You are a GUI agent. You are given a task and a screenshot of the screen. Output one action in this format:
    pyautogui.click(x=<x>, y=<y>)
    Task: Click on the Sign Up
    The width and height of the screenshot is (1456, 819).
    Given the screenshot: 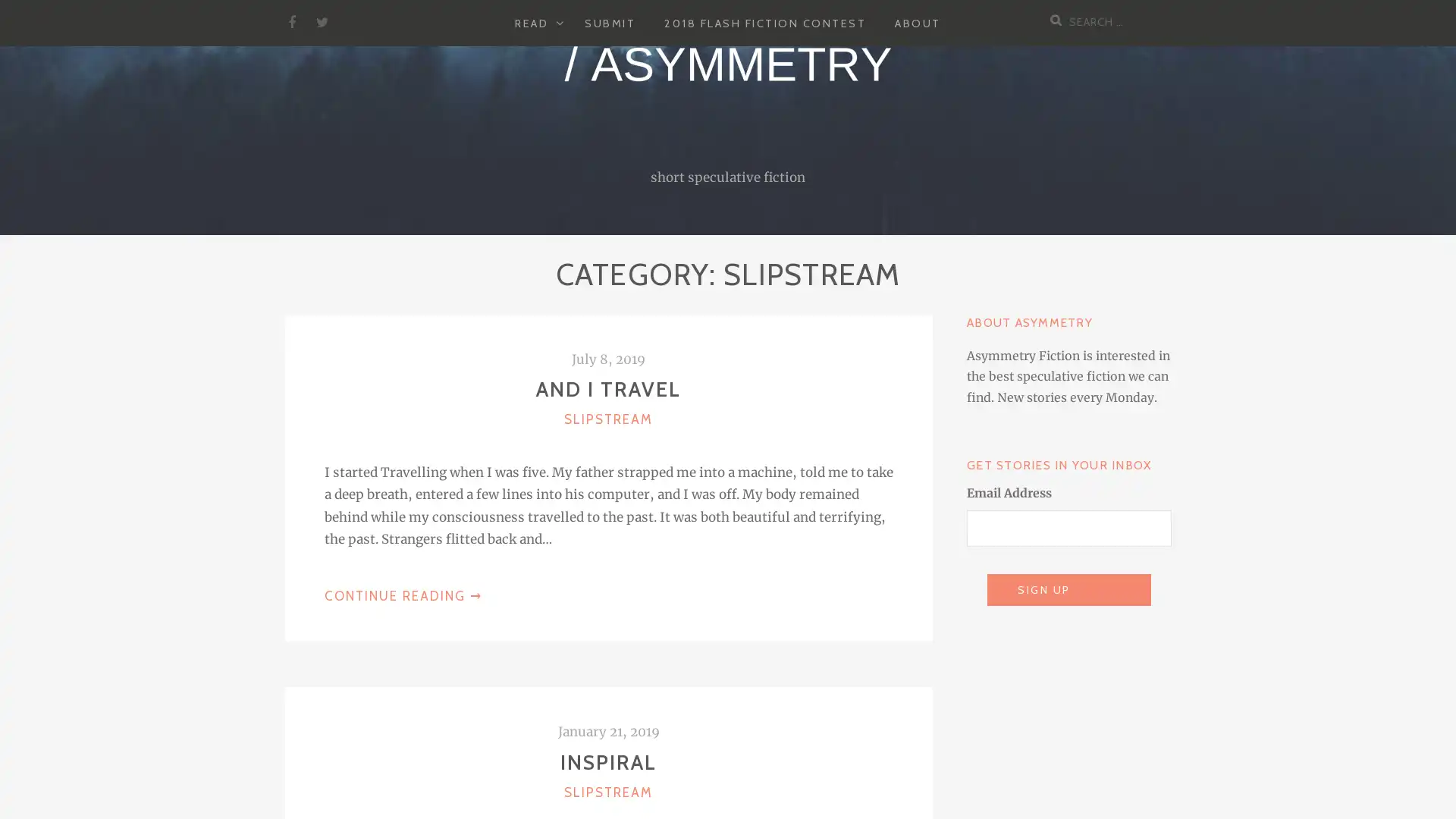 What is the action you would take?
    pyautogui.click(x=1068, y=588)
    